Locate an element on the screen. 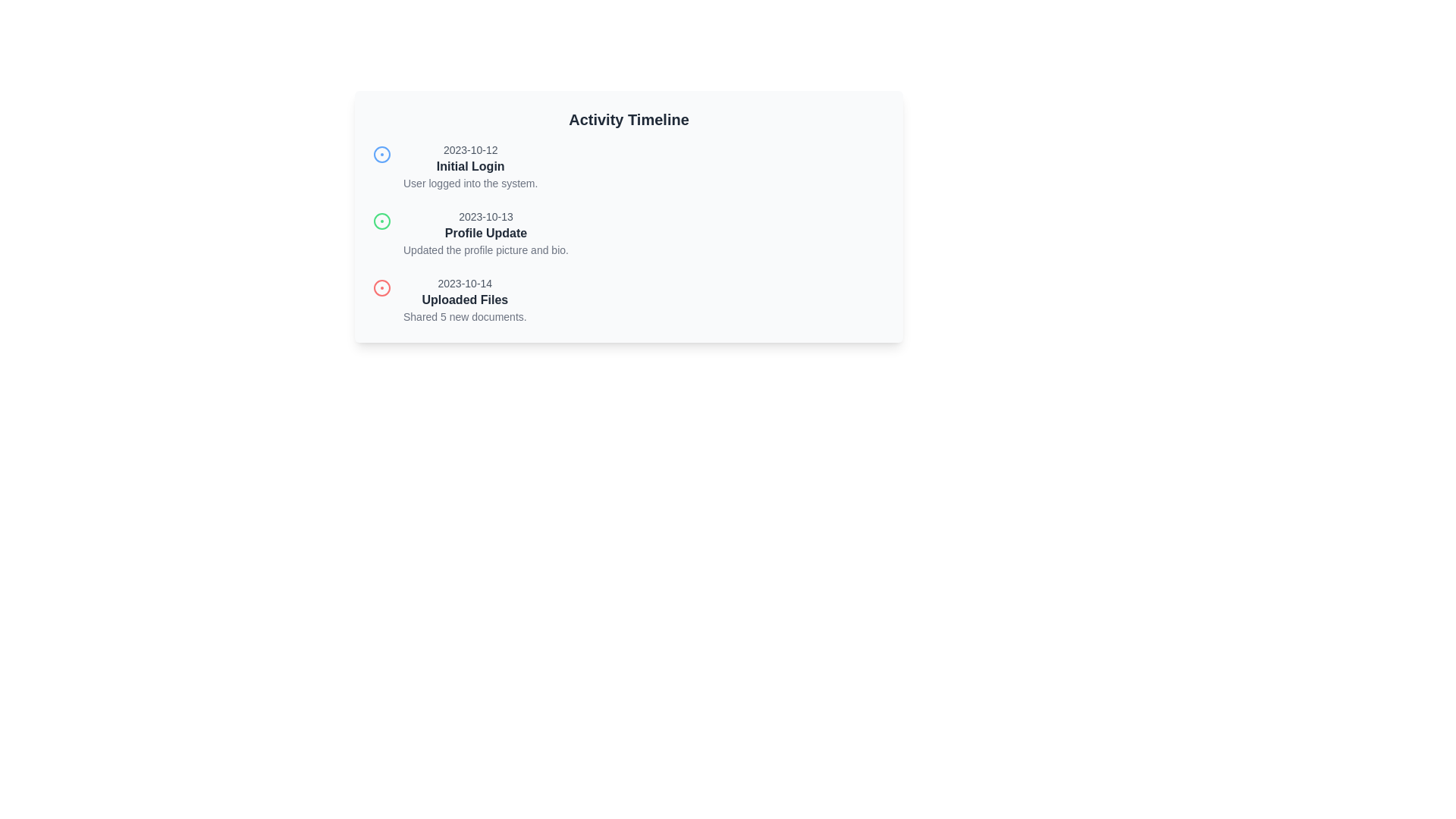 Image resolution: width=1456 pixels, height=819 pixels. the text label displaying 'Uploaded Files', which is centered between the date '2023-10-14' above it and the text 'Shared 5 new documents.' below it, located in the activity timeline section is located at coordinates (464, 300).